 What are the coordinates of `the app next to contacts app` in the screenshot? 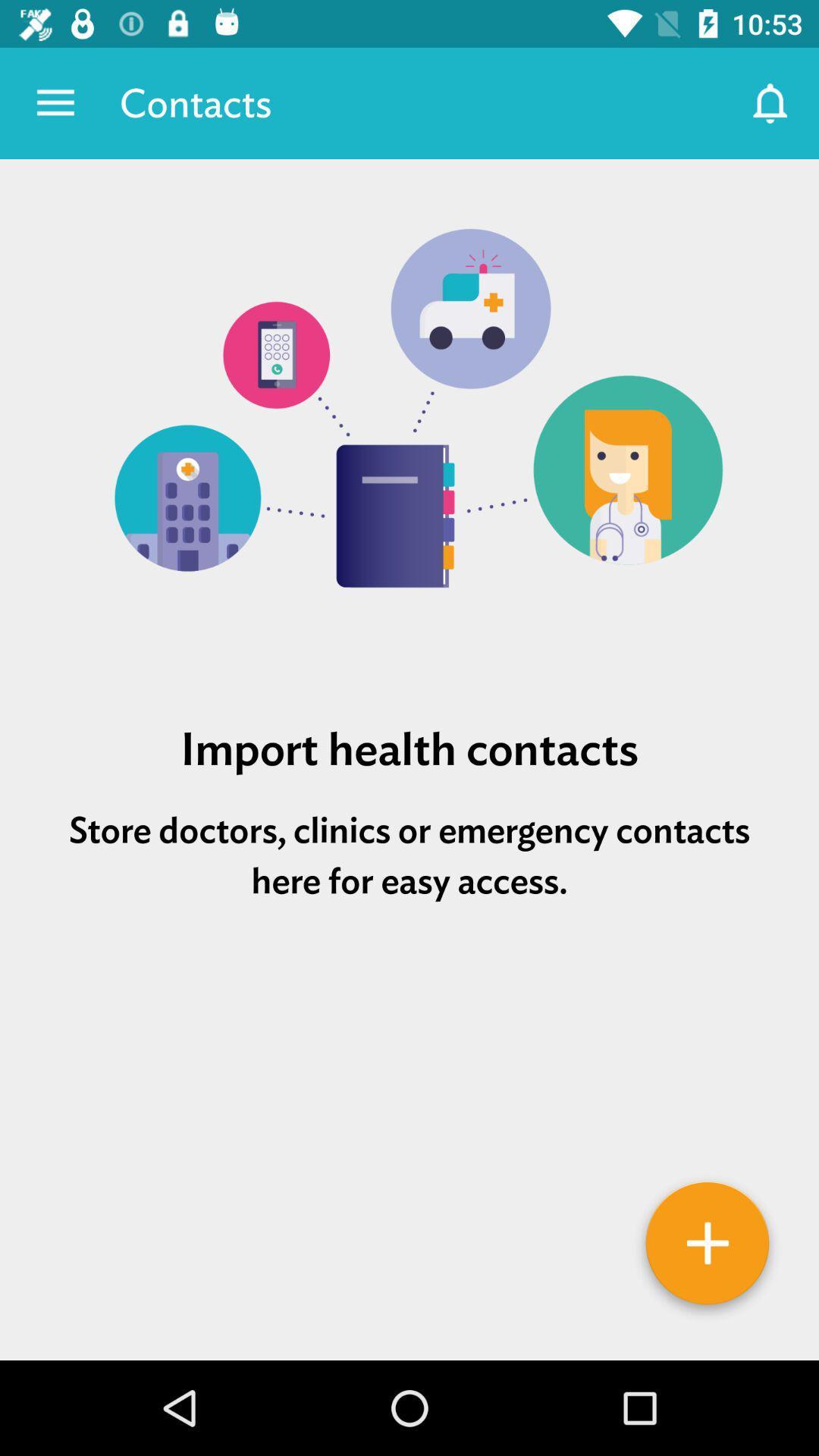 It's located at (55, 102).